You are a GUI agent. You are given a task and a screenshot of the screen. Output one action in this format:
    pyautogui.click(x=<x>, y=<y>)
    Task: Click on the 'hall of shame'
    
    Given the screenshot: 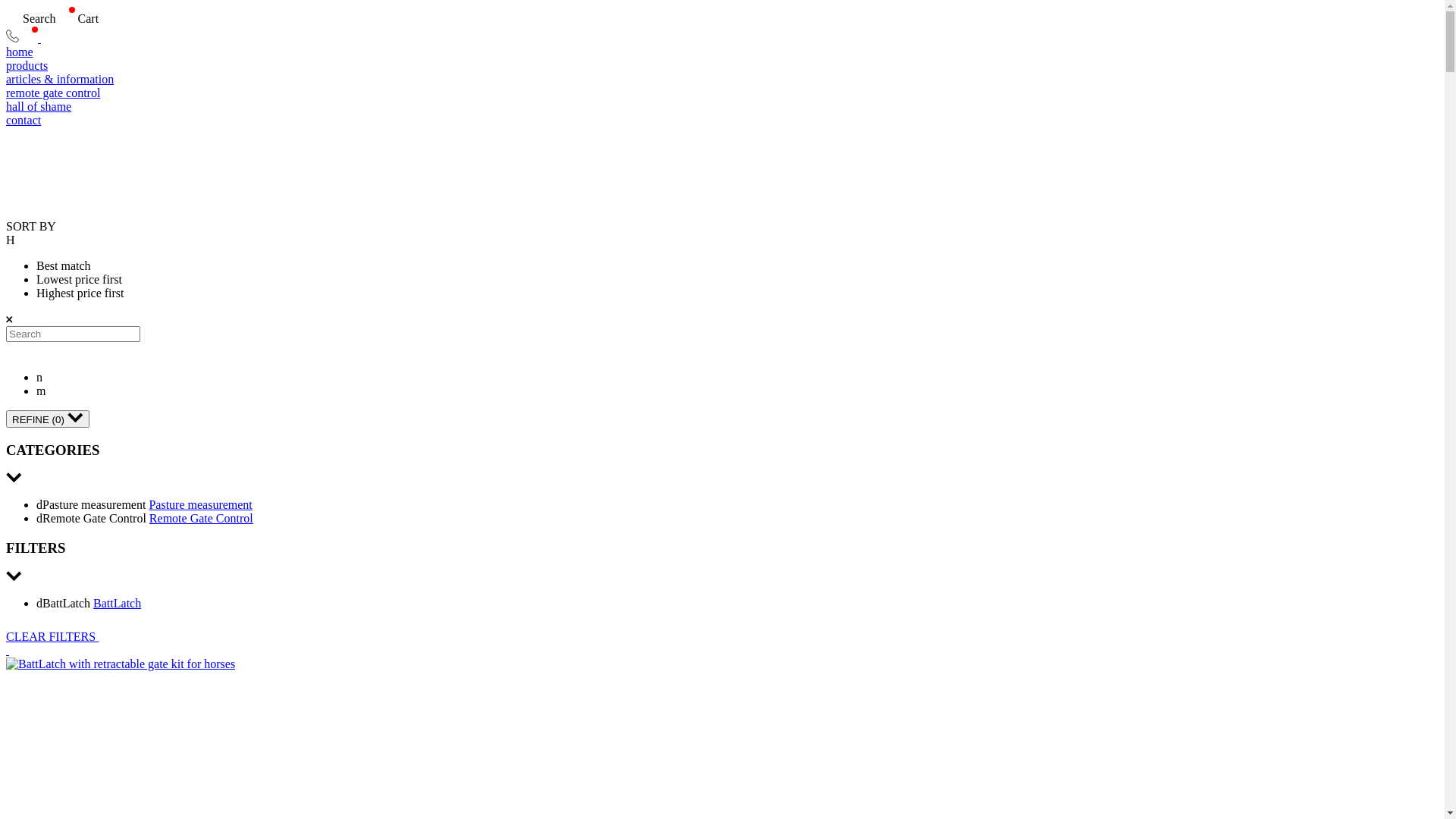 What is the action you would take?
    pyautogui.click(x=721, y=106)
    